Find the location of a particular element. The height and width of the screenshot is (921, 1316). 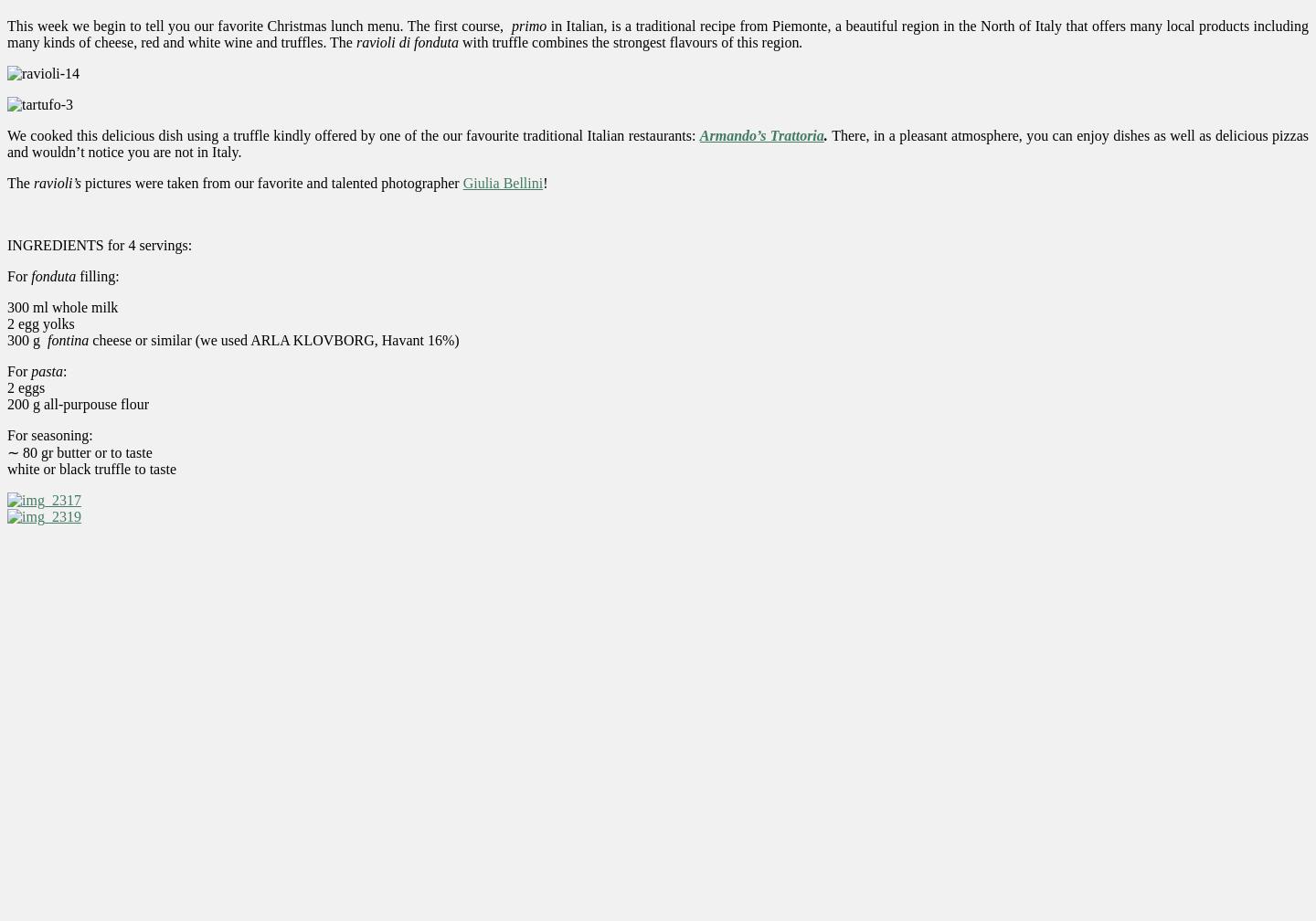

'We cooked this delicious dish using a truffle kindly offered by one of the our favourite traditional Italian restaurants:' is located at coordinates (6, 134).